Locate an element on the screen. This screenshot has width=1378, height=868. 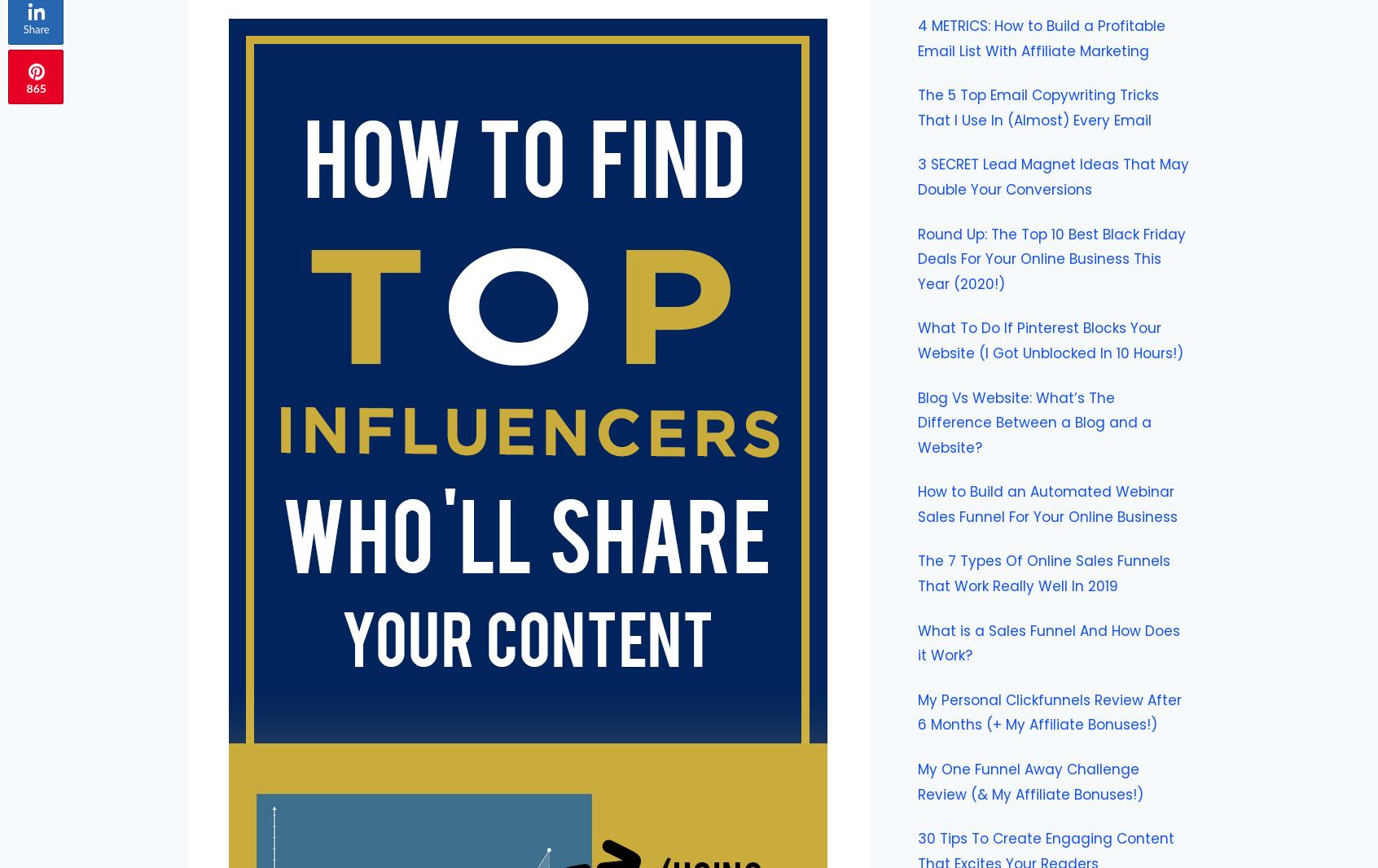
'3 SECRET Lead Magnet Ideas That May Double Your Conversions' is located at coordinates (1052, 176).